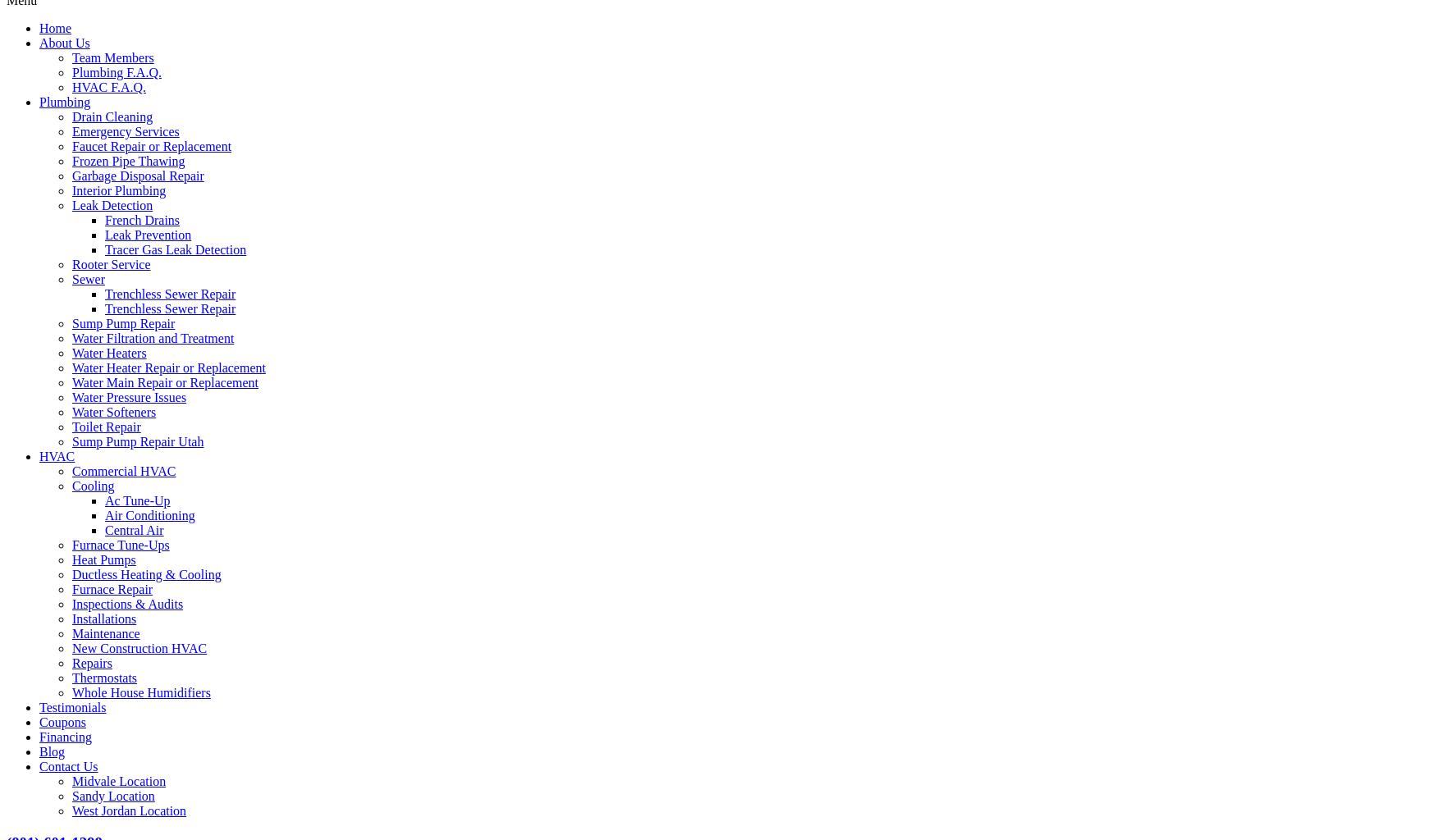 The width and height of the screenshot is (1454, 840). I want to click on 'Water Main Repair or Replacement', so click(165, 381).